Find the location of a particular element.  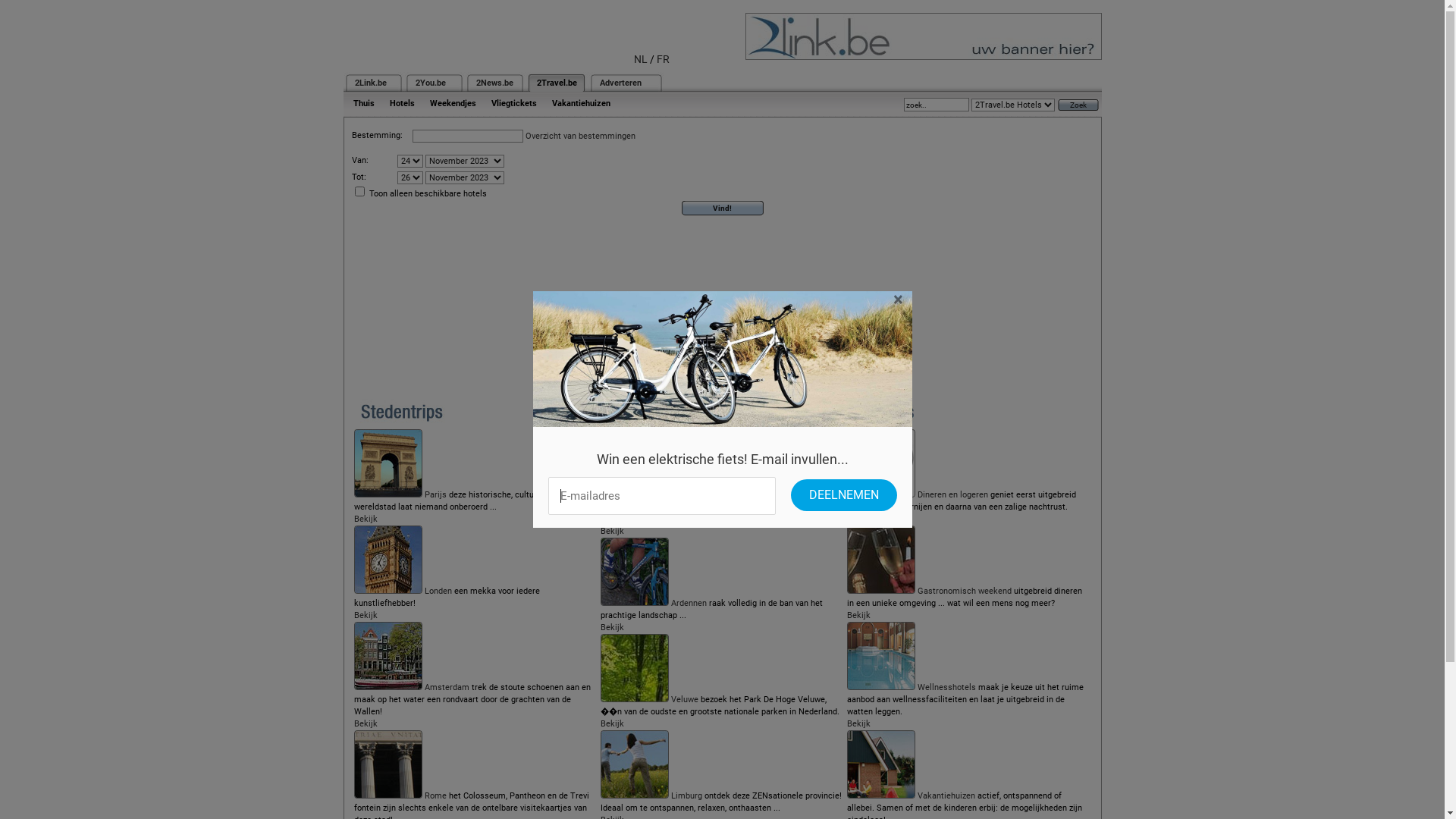

'Bekijk' is located at coordinates (858, 518).